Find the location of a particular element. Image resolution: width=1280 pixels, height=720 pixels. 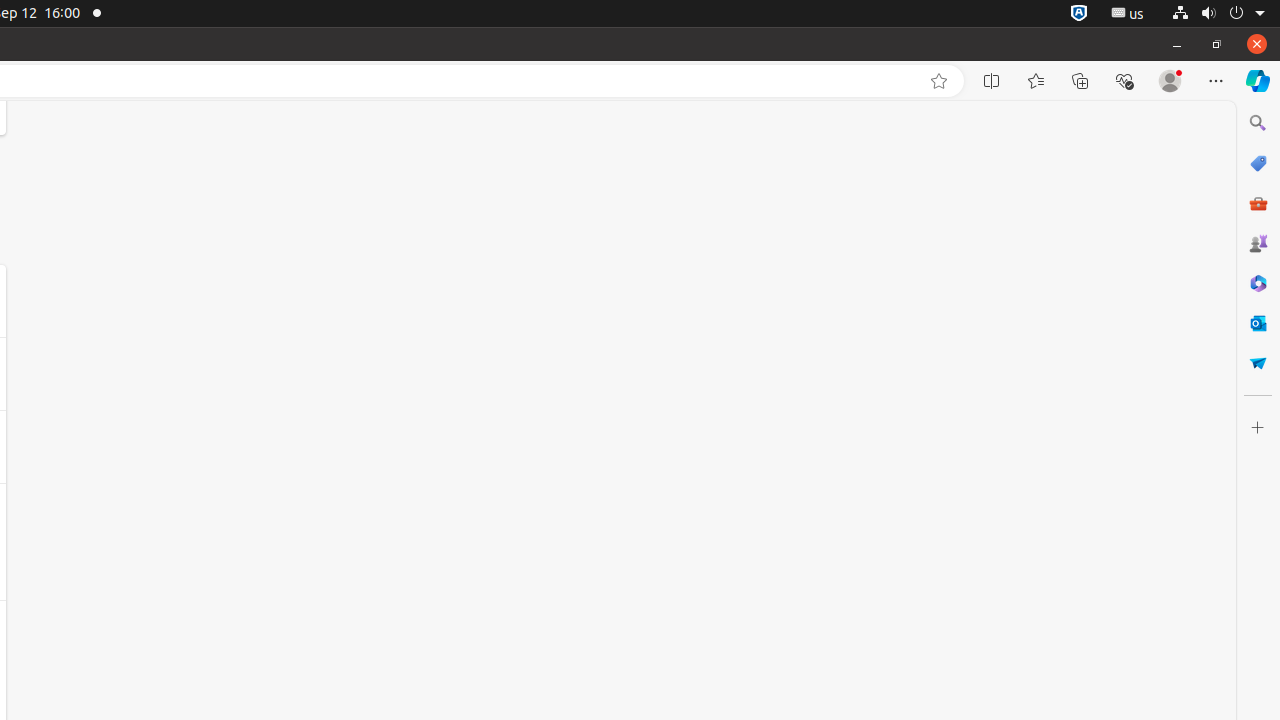

'Settings and more (Alt+F)' is located at coordinates (1215, 80).